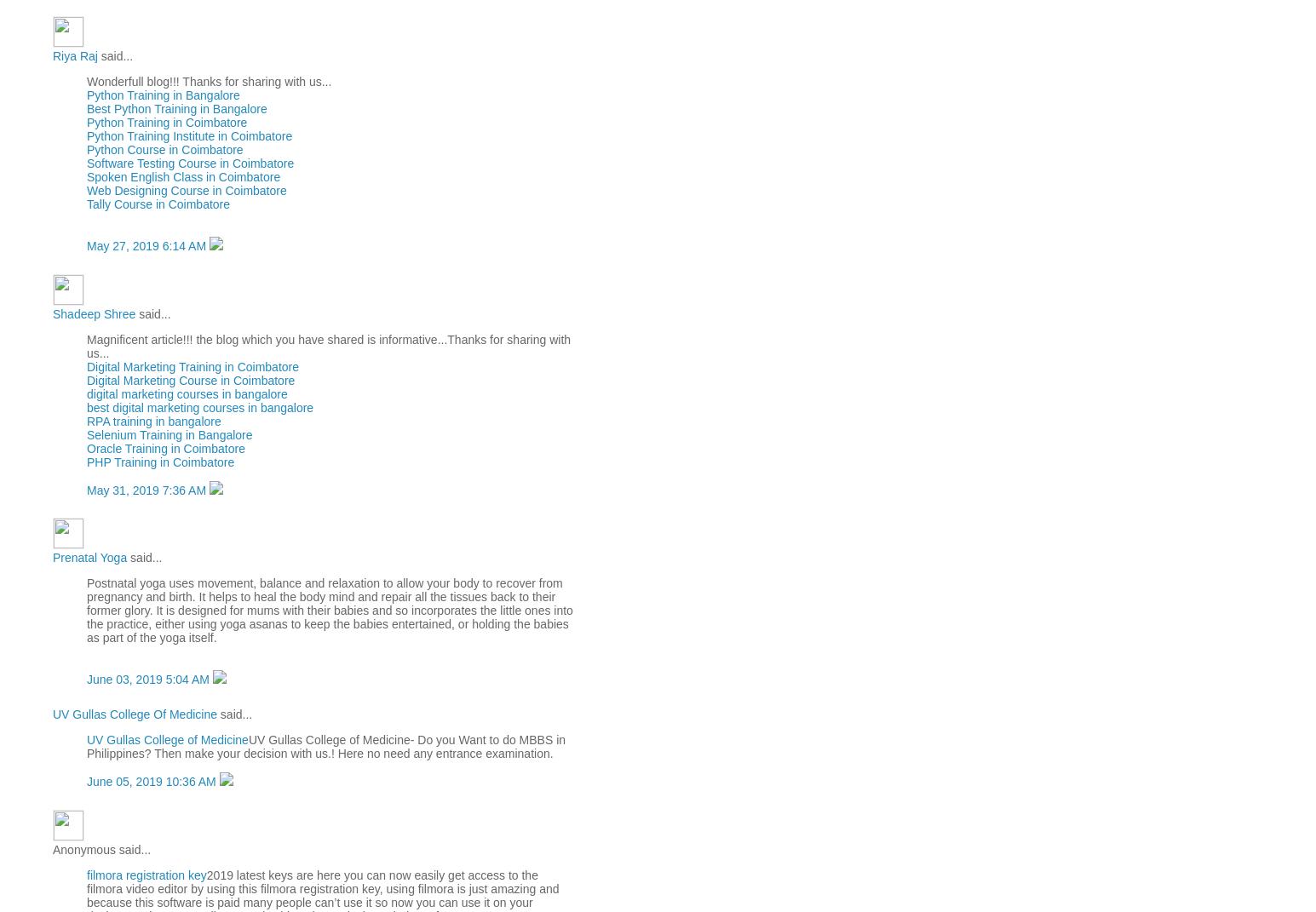  Describe the element at coordinates (135, 714) in the screenshot. I see `'UV Gullas College Of Medicine'` at that location.